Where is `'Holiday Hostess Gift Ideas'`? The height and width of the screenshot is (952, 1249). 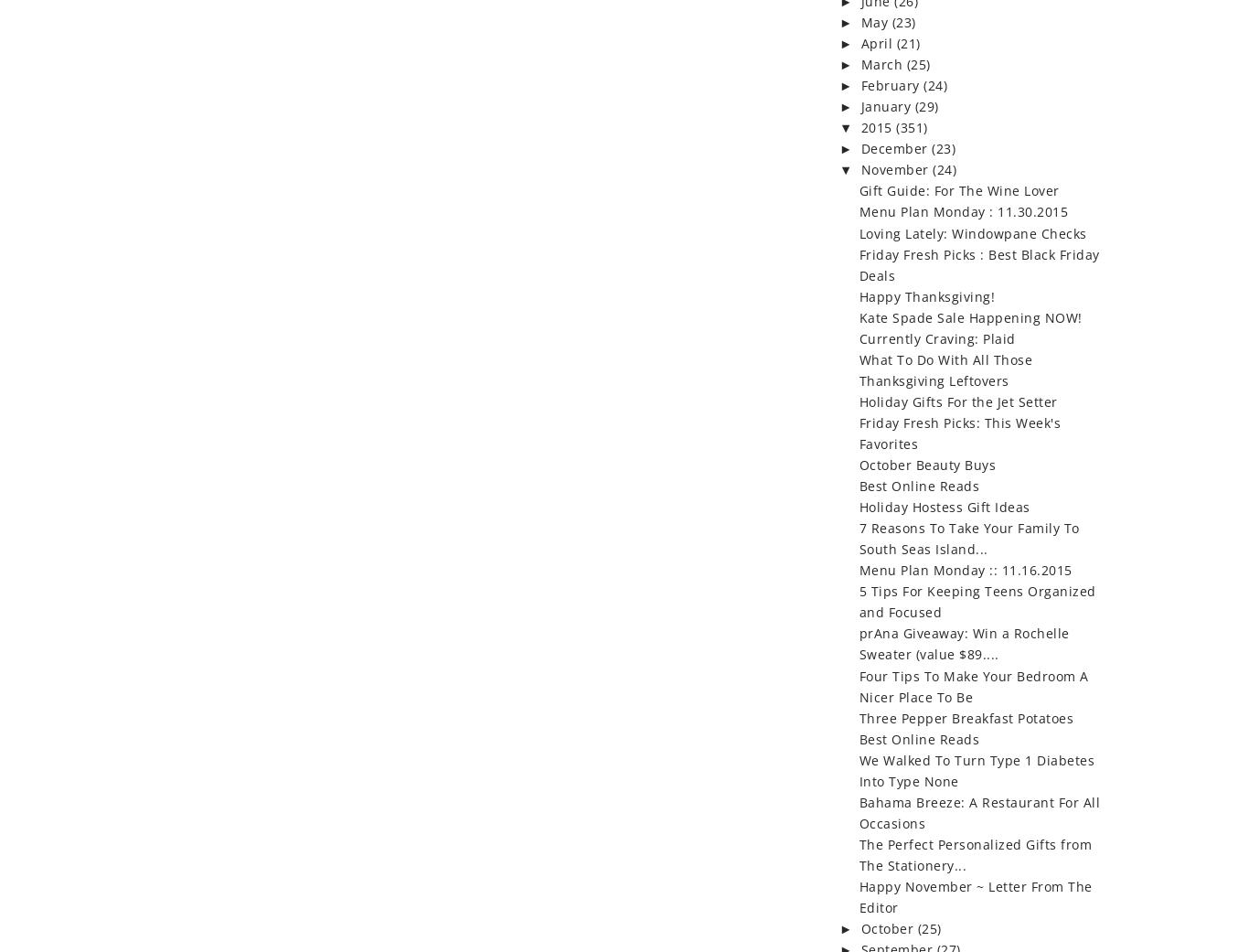
'Holiday Hostess Gift Ideas' is located at coordinates (943, 507).